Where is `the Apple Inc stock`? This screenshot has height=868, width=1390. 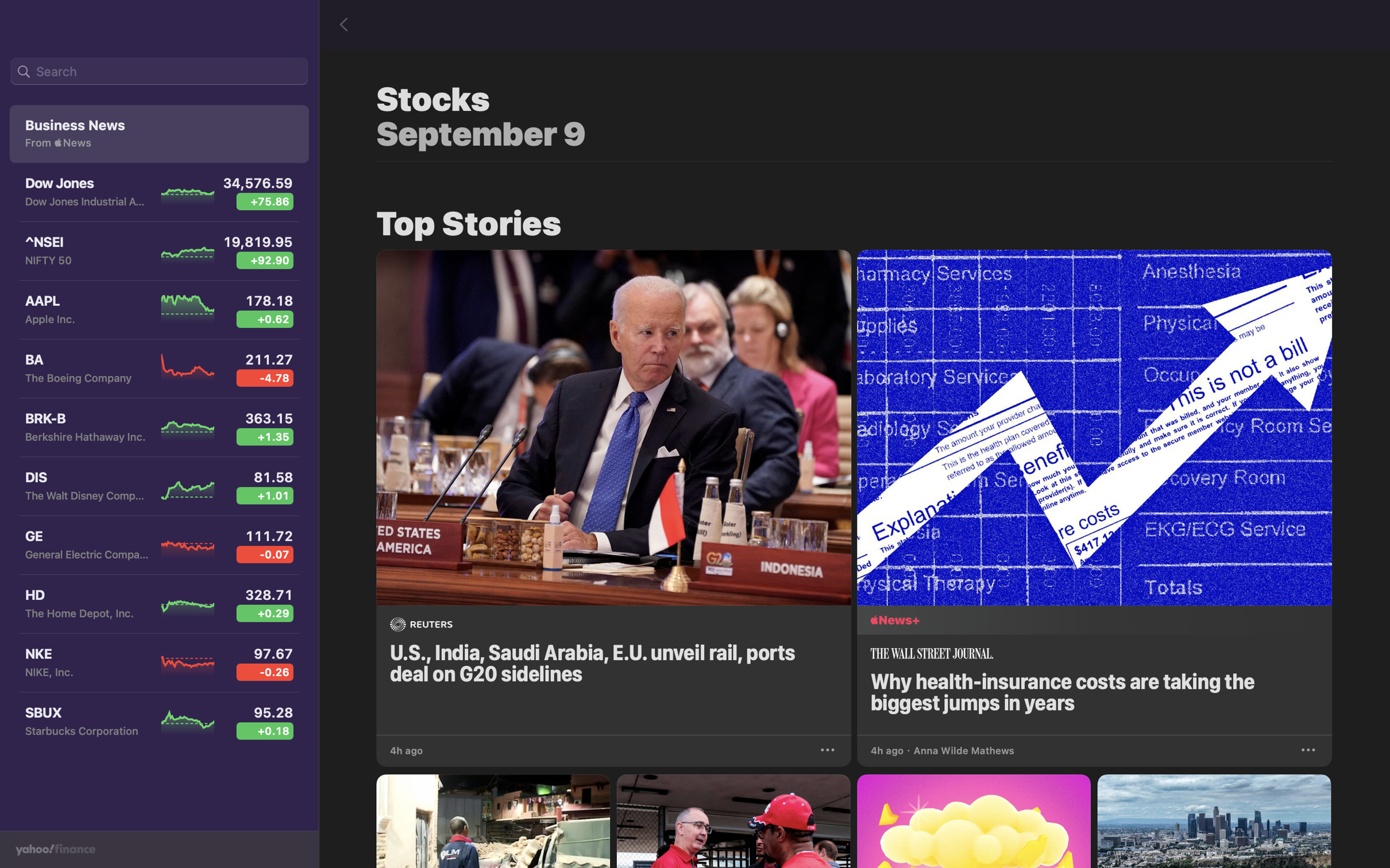 the Apple Inc stock is located at coordinates (159, 309).